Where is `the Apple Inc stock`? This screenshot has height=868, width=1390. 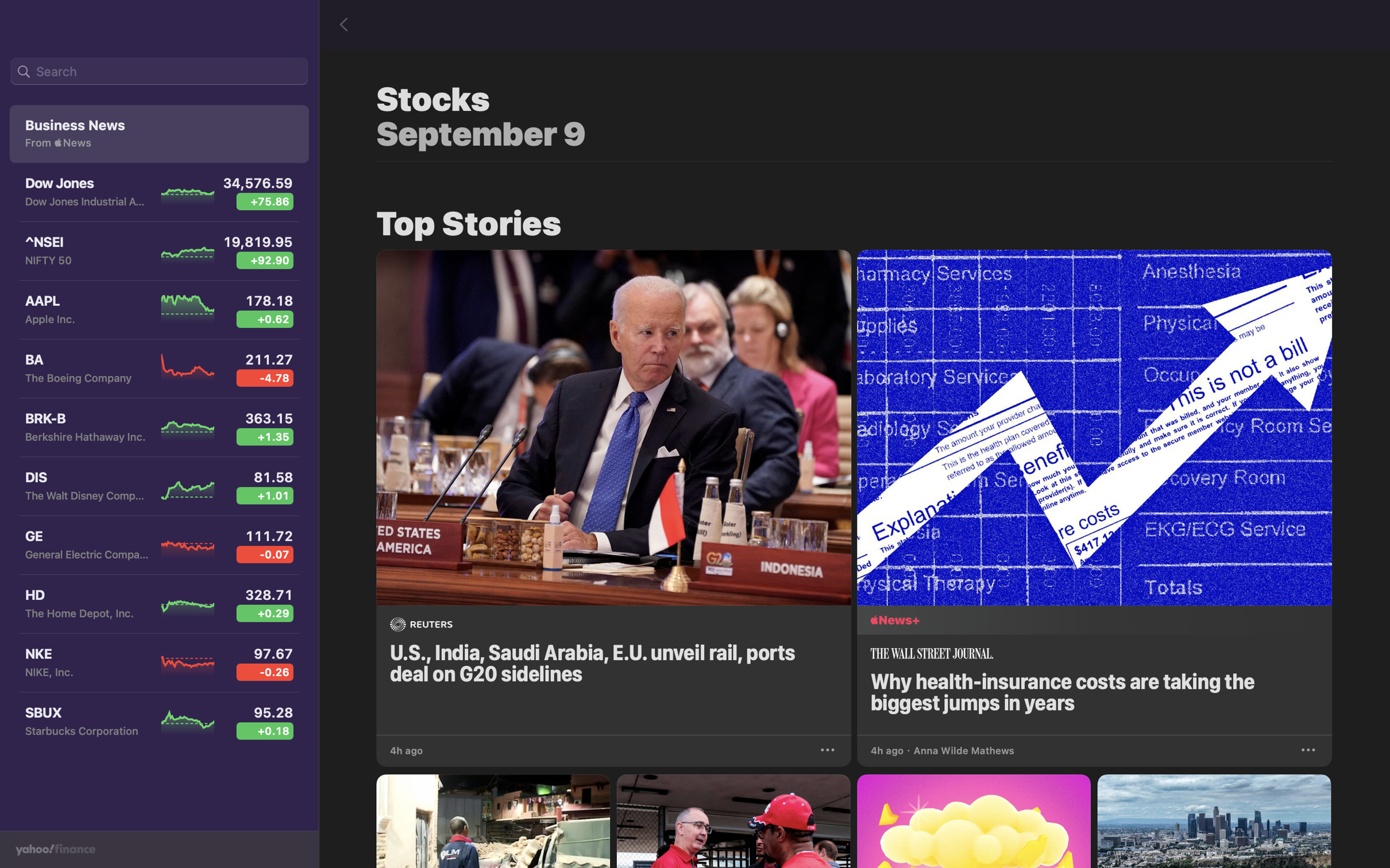 the Apple Inc stock is located at coordinates (159, 309).